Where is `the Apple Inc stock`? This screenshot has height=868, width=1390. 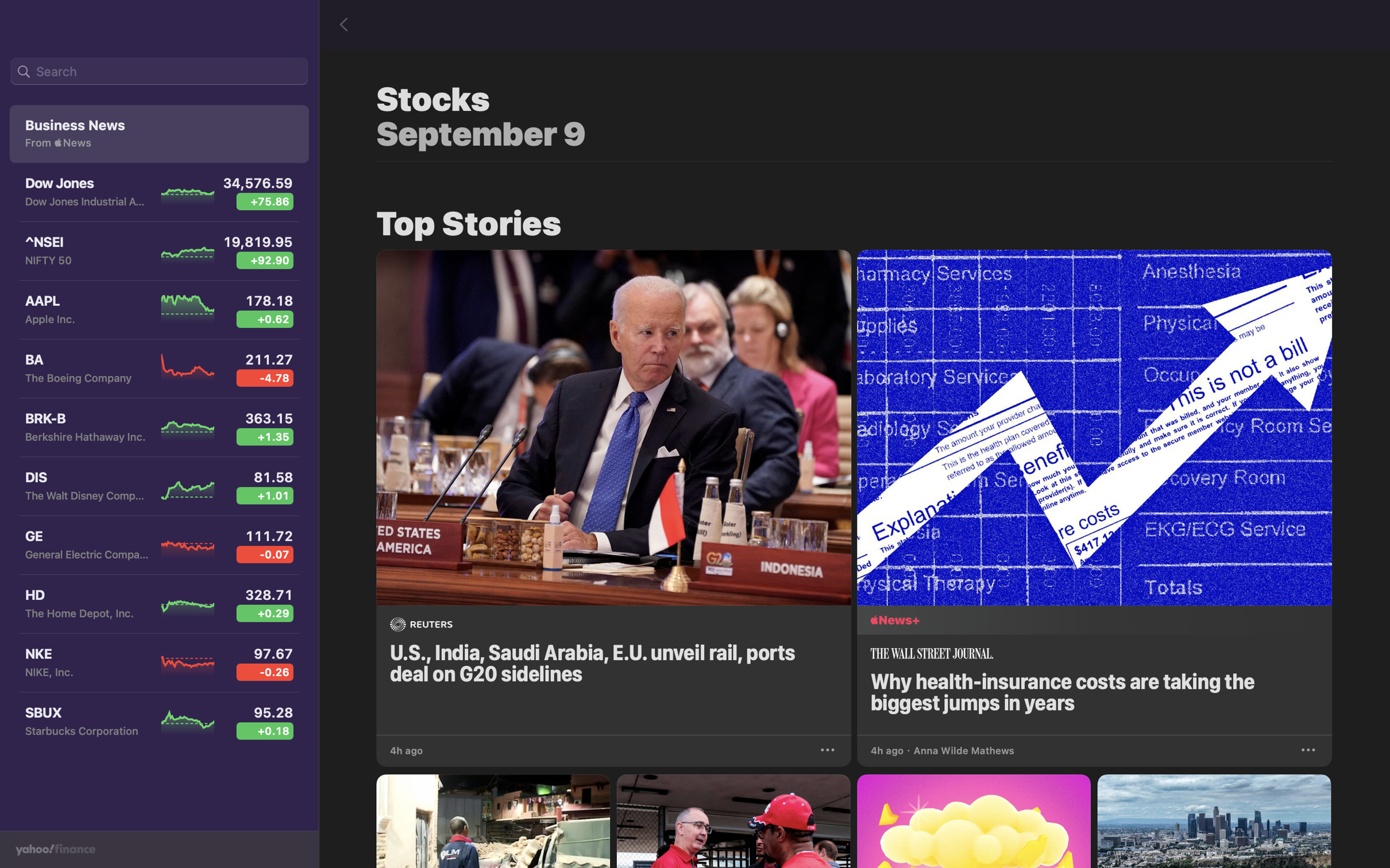 the Apple Inc stock is located at coordinates (159, 309).